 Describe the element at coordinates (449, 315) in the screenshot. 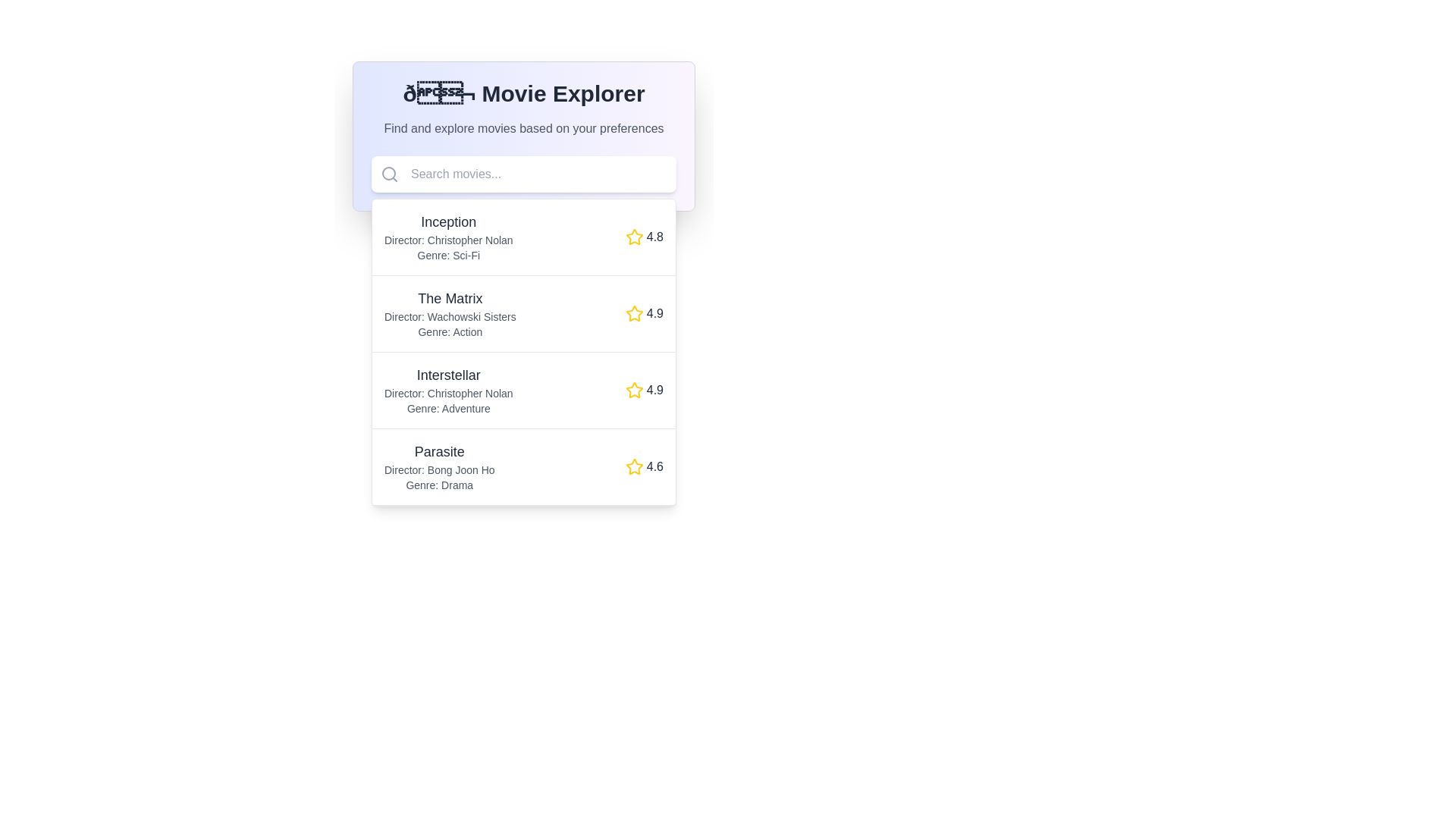

I see `the static text providing information about the director of the movie 'The Matrix', located below the movie title and above the 'Genre: Action' text in the second entry of the movie list` at that location.